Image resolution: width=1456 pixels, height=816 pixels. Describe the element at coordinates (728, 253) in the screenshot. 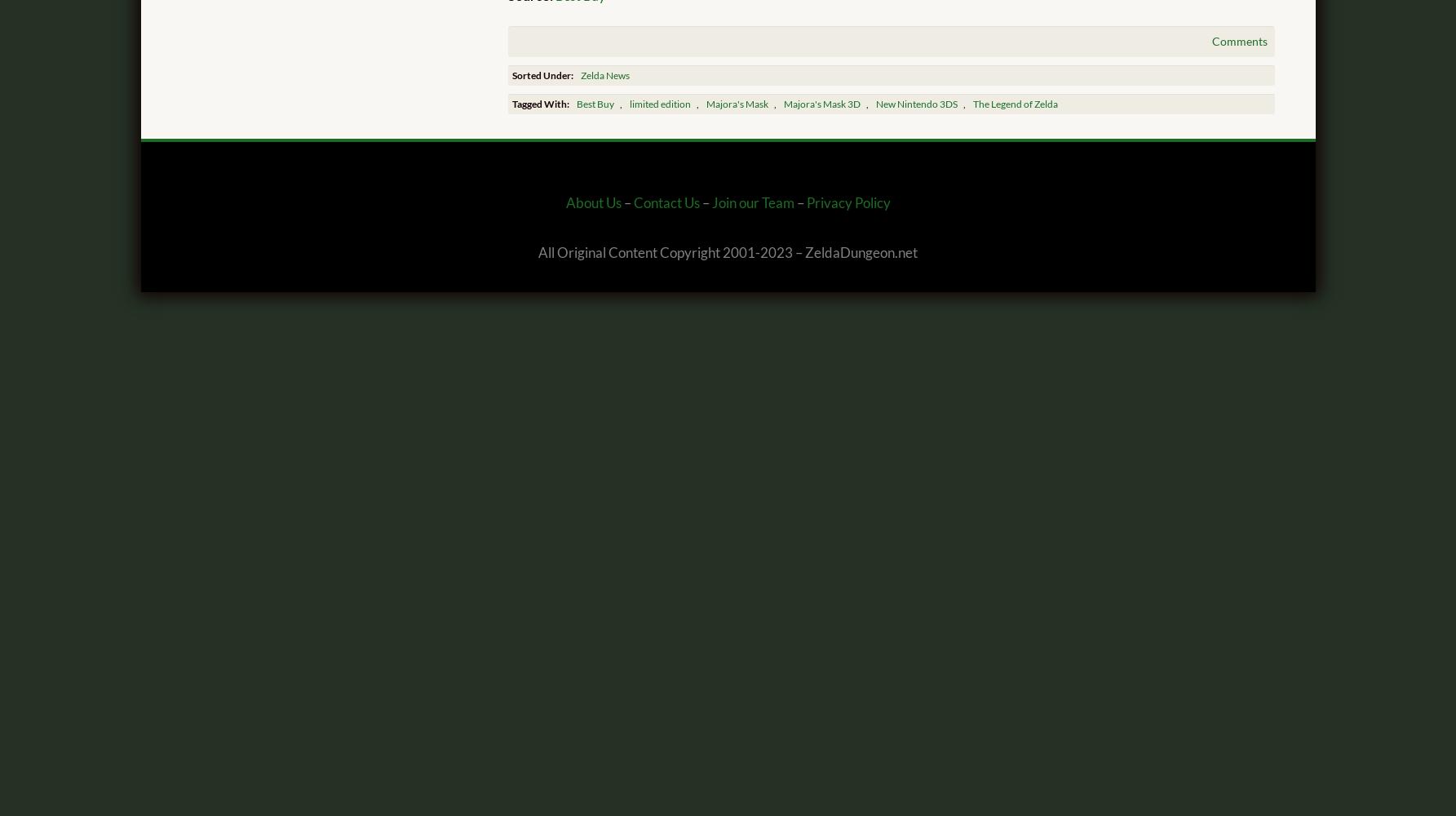

I see `'All Original Content Copyright 2001-2023 – ZeldaDungeon.net'` at that location.